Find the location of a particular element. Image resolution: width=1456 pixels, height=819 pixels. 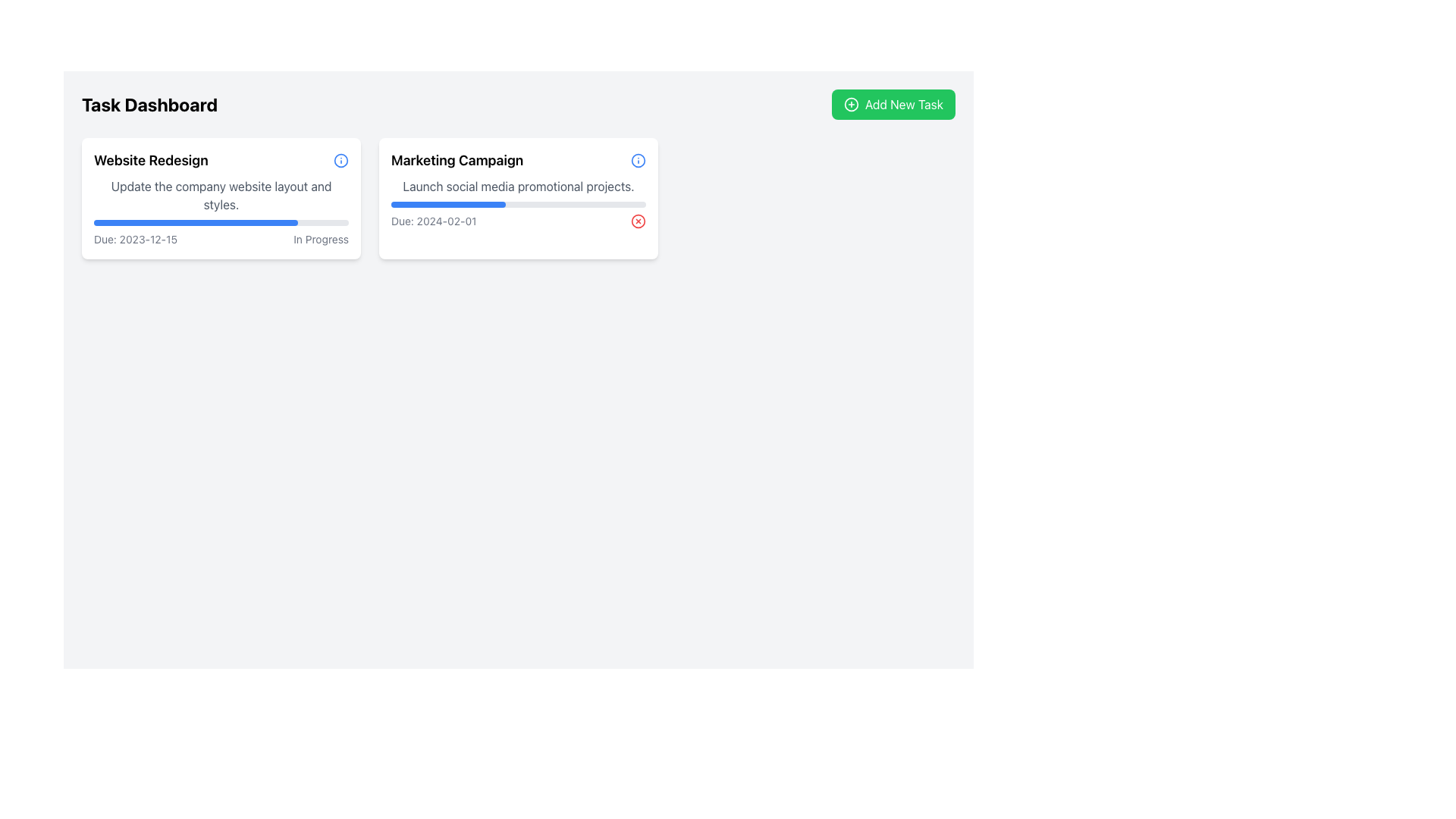

the plus sign icon within a circle, which is located at the top-right corner of the green button labeled 'Add New Task' is located at coordinates (852, 104).